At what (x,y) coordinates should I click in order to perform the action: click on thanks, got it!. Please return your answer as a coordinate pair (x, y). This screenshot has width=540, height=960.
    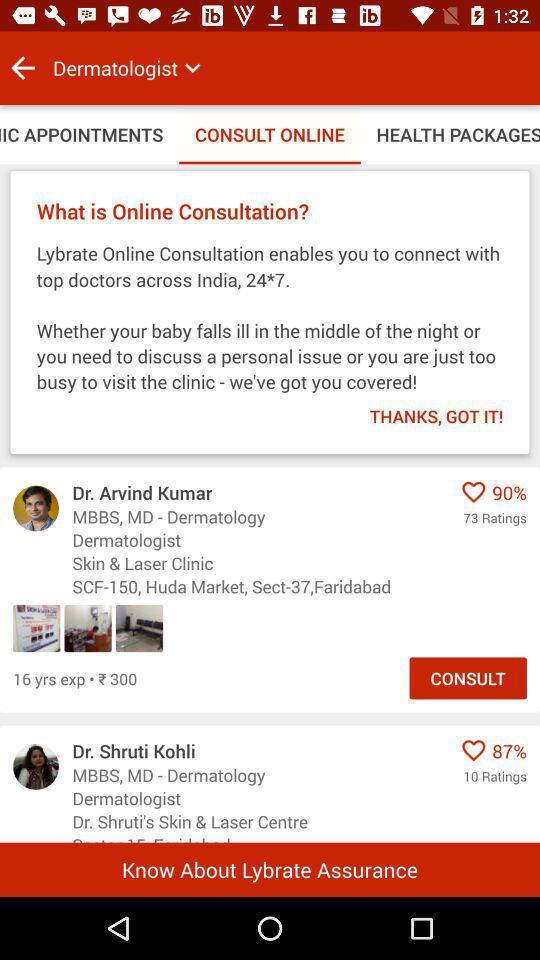
    Looking at the image, I should click on (422, 409).